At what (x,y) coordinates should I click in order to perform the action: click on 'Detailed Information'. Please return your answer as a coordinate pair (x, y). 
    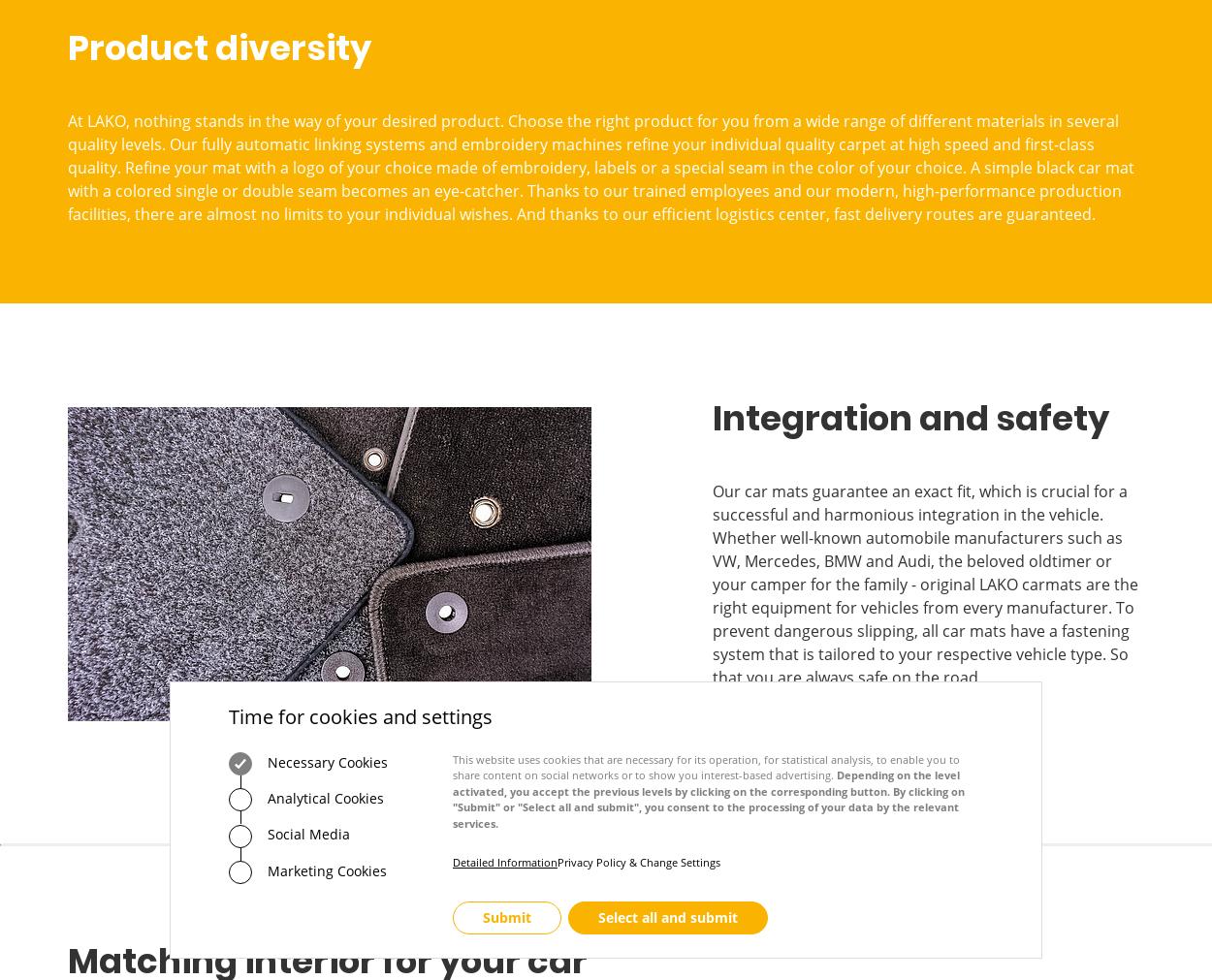
    Looking at the image, I should click on (505, 862).